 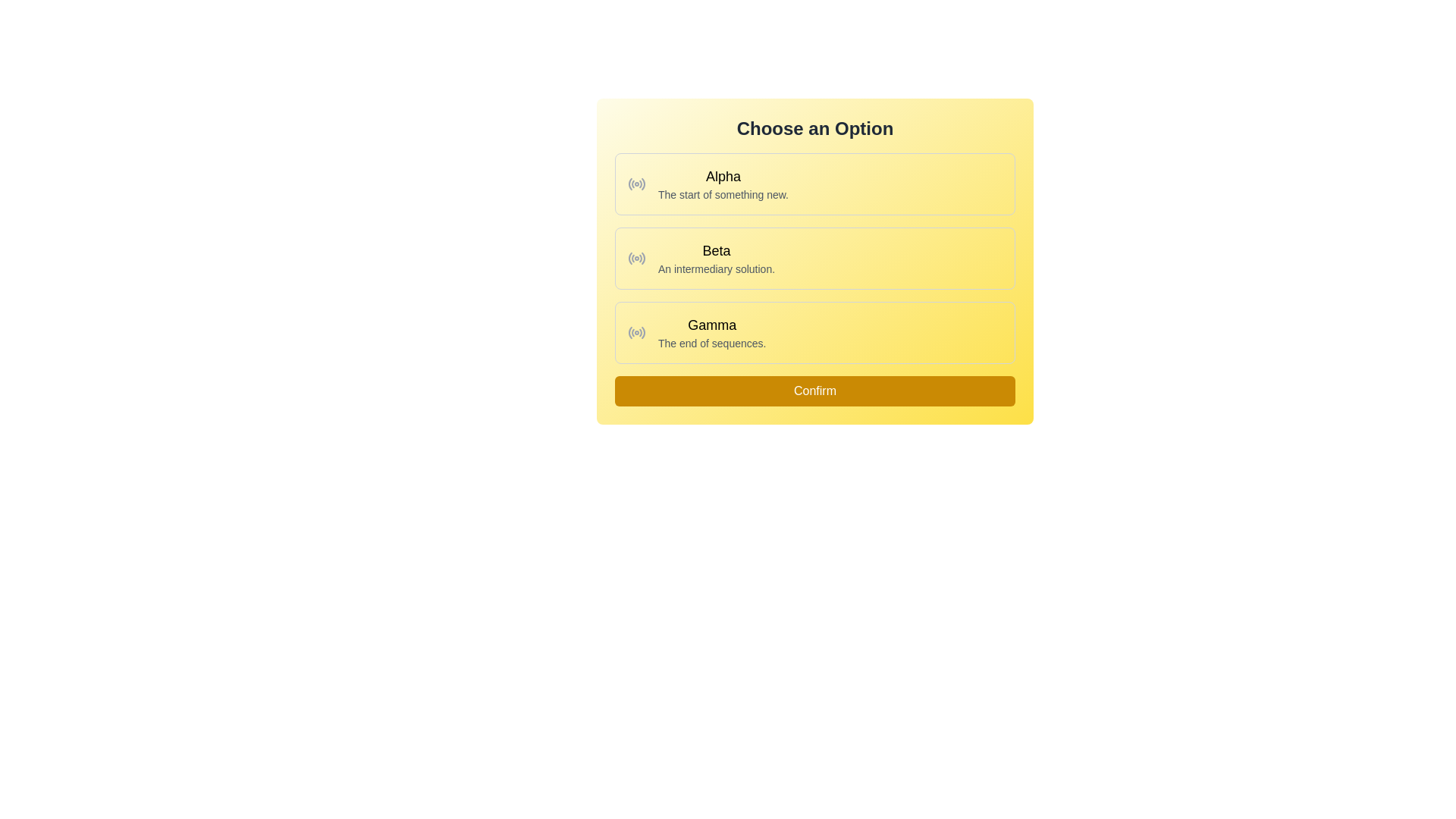 What do you see at coordinates (716, 257) in the screenshot?
I see `the 'Beta' option in the selectable menu located in the middle of the vertical stack between 'Alpha' and 'Gamma', within a light yellow styled card layout` at bounding box center [716, 257].